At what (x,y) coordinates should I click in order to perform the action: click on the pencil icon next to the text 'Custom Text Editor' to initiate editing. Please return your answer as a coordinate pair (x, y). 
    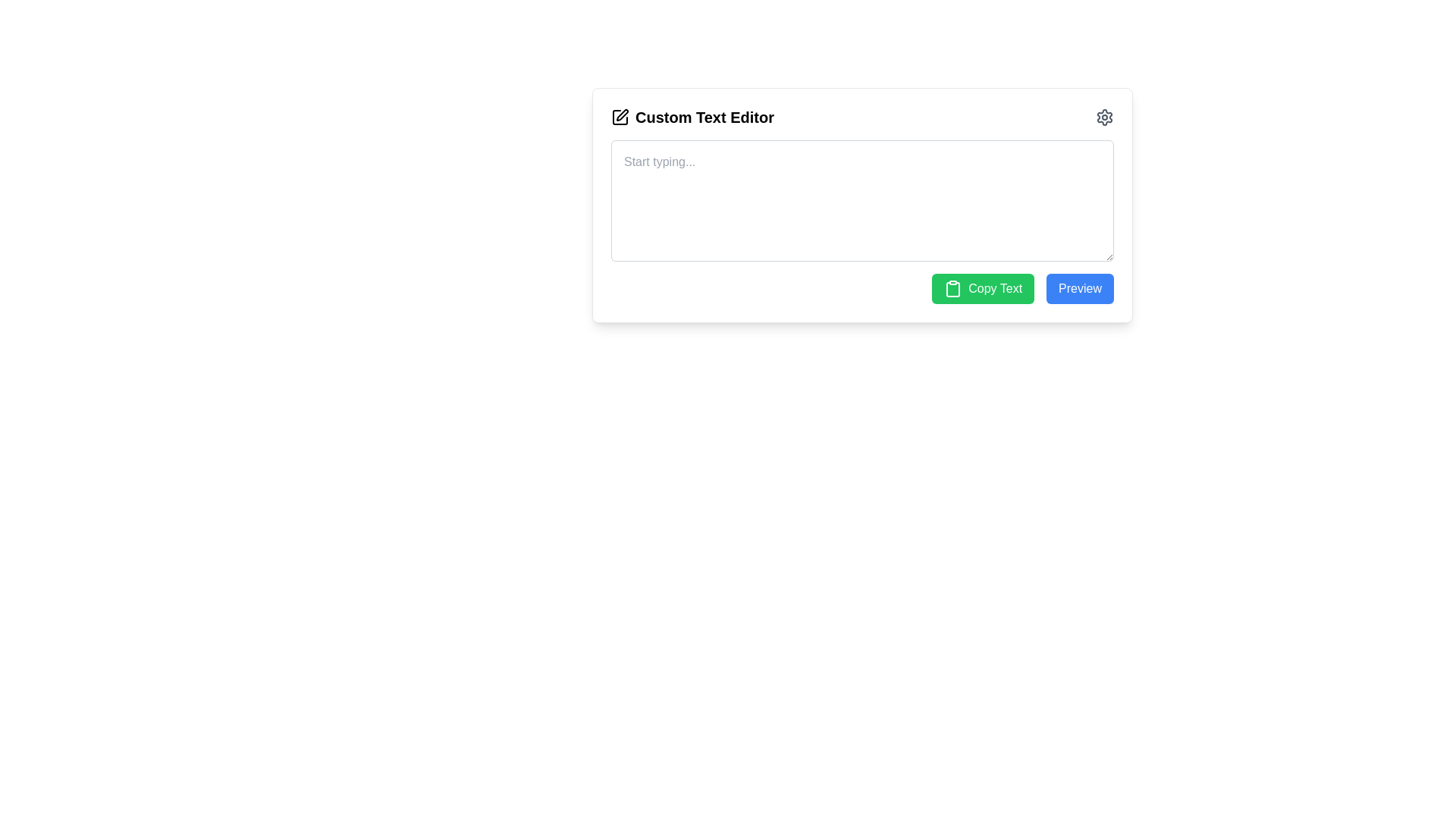
    Looking at the image, I should click on (620, 116).